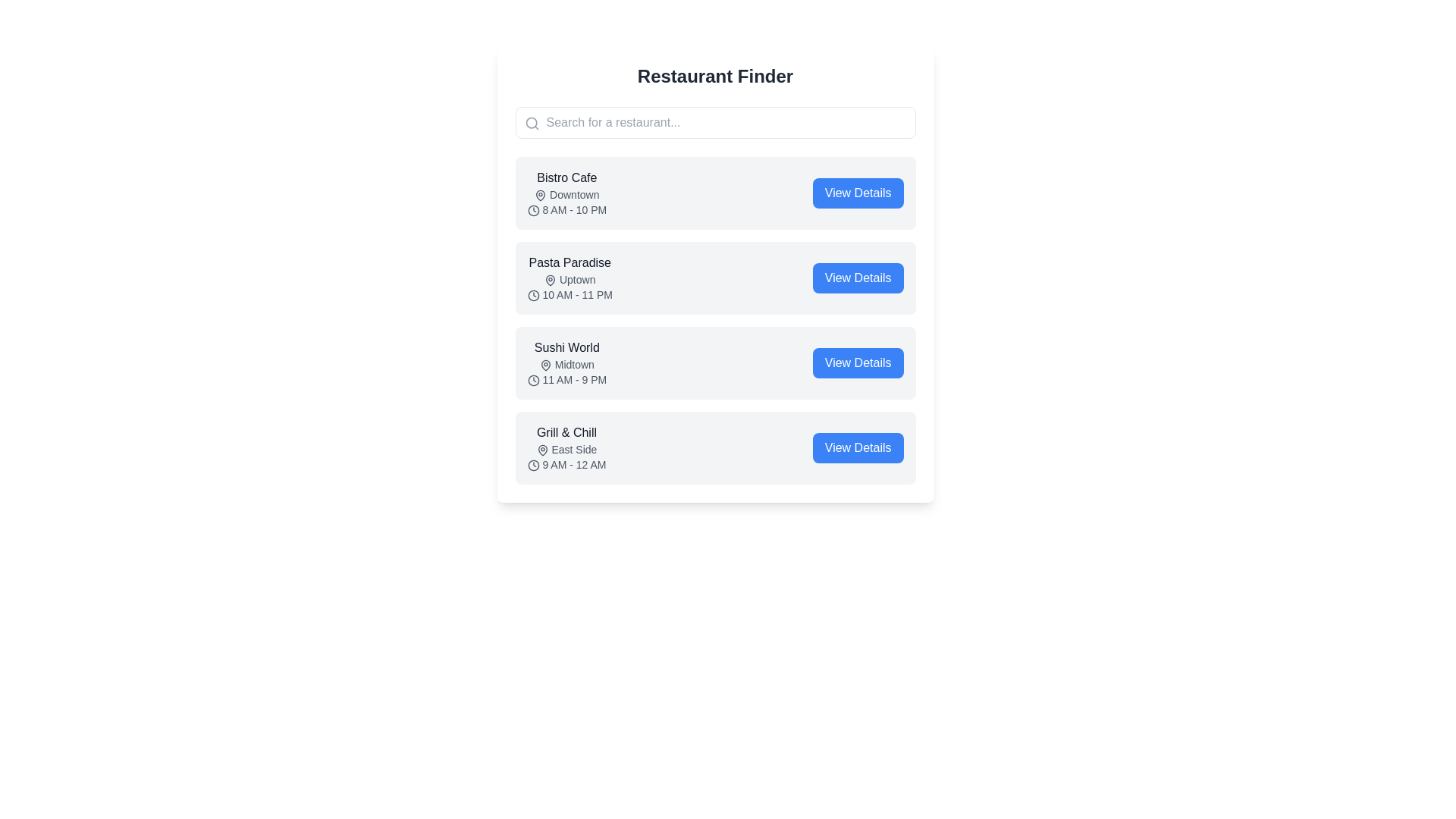  I want to click on the clock icon next to the text '9 AM - 12 AM' in the restaurant 'Grill & Chill' for potential interaction, so click(533, 465).